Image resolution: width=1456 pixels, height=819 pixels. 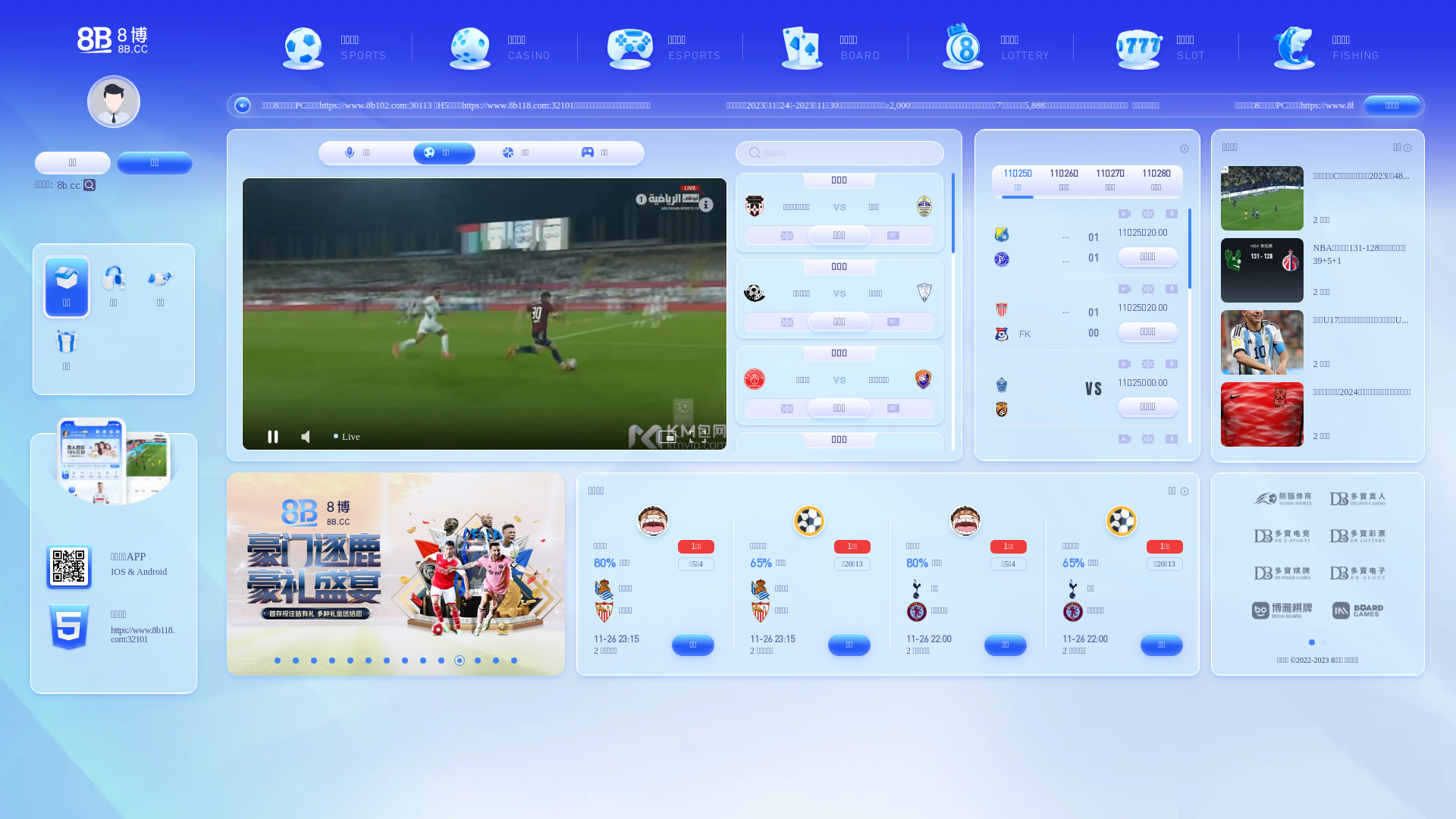 I want to click on 'https://www.8b118.com:32101', so click(x=144, y=634).